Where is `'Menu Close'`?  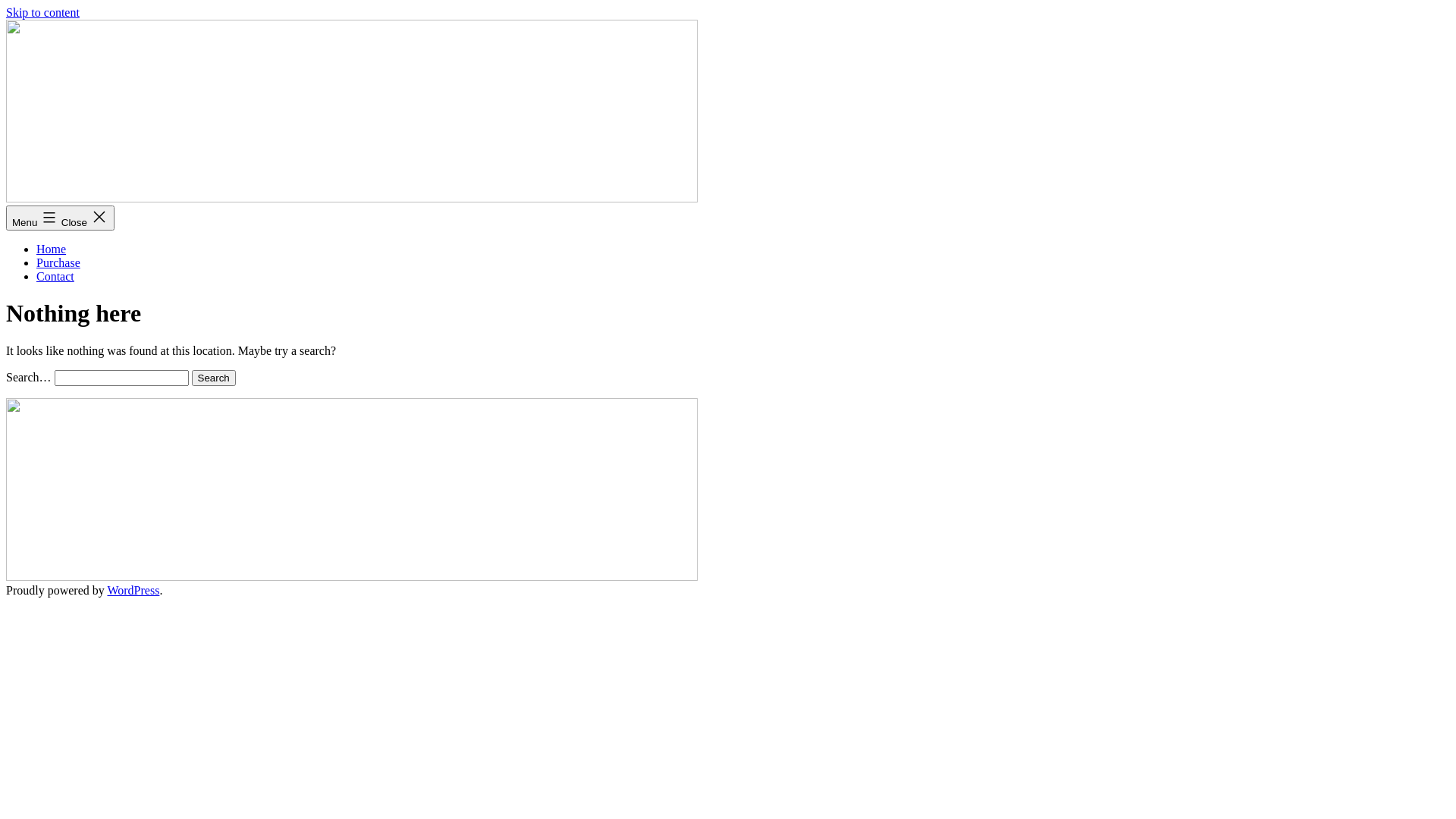 'Menu Close' is located at coordinates (60, 218).